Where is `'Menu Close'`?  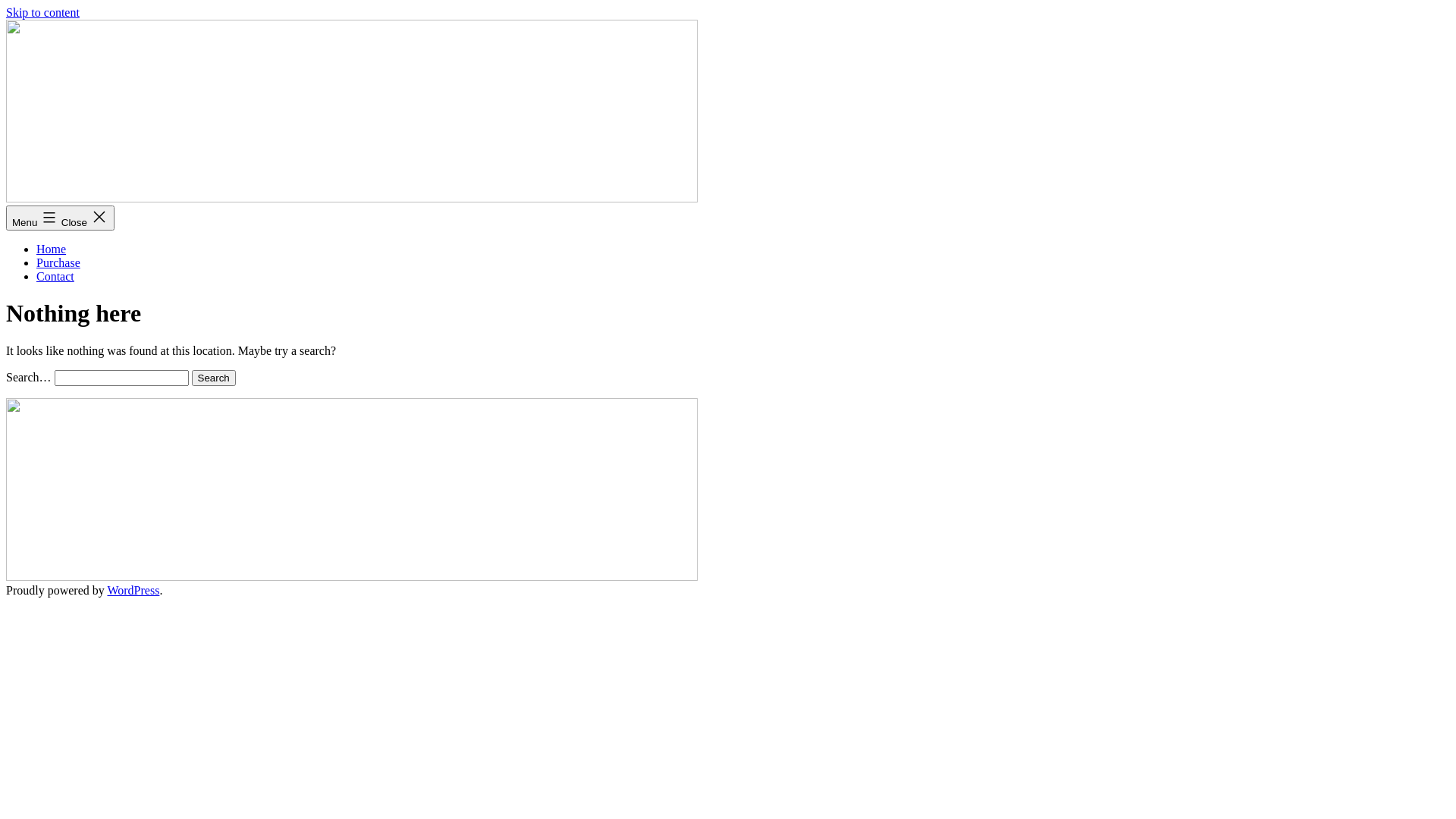 'Menu Close' is located at coordinates (60, 218).